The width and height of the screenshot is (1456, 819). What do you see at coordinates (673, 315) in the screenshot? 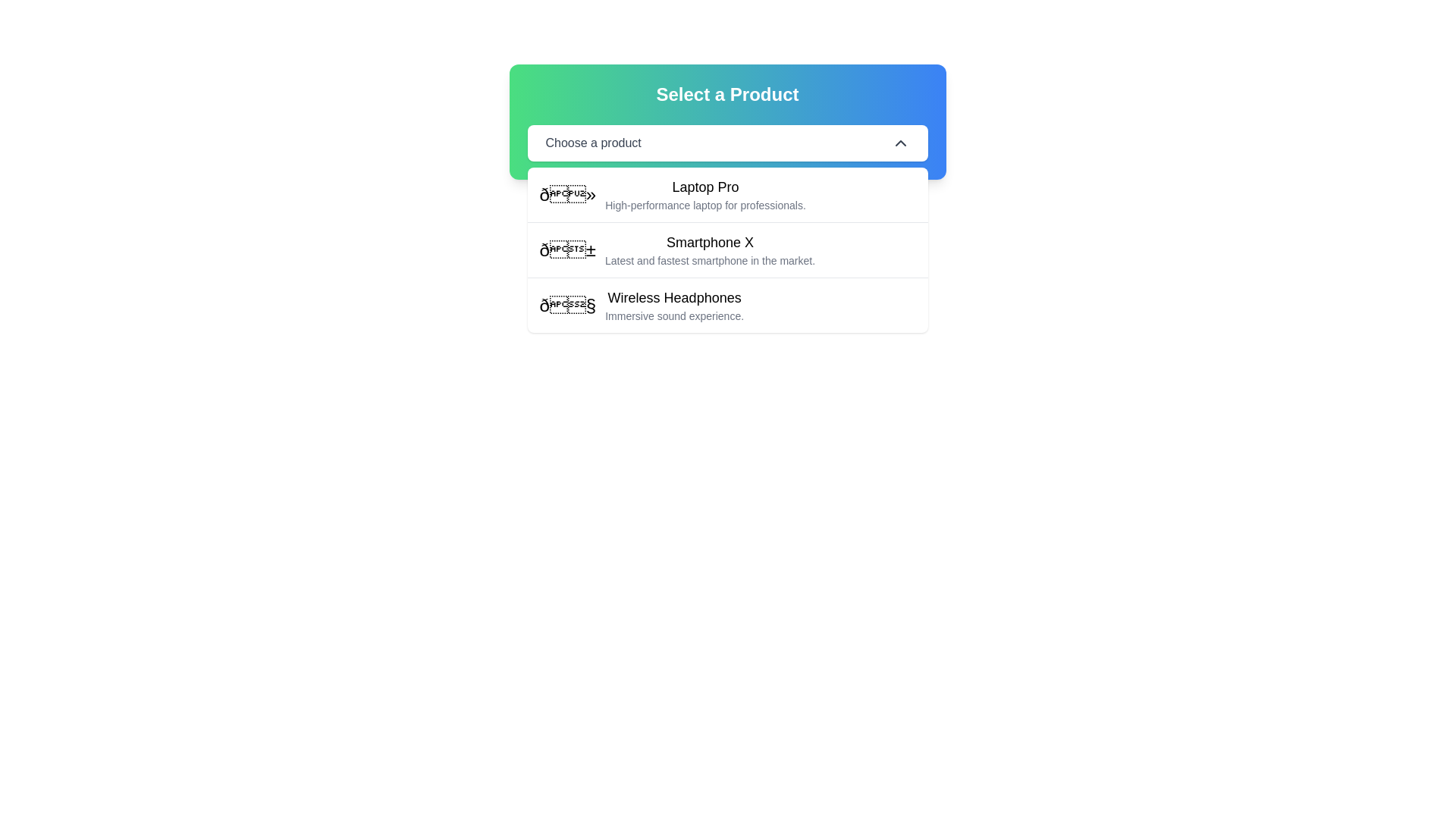
I see `the descriptive text label located directly below the 'Wireless Headphones' in the dropdown menu` at bounding box center [673, 315].